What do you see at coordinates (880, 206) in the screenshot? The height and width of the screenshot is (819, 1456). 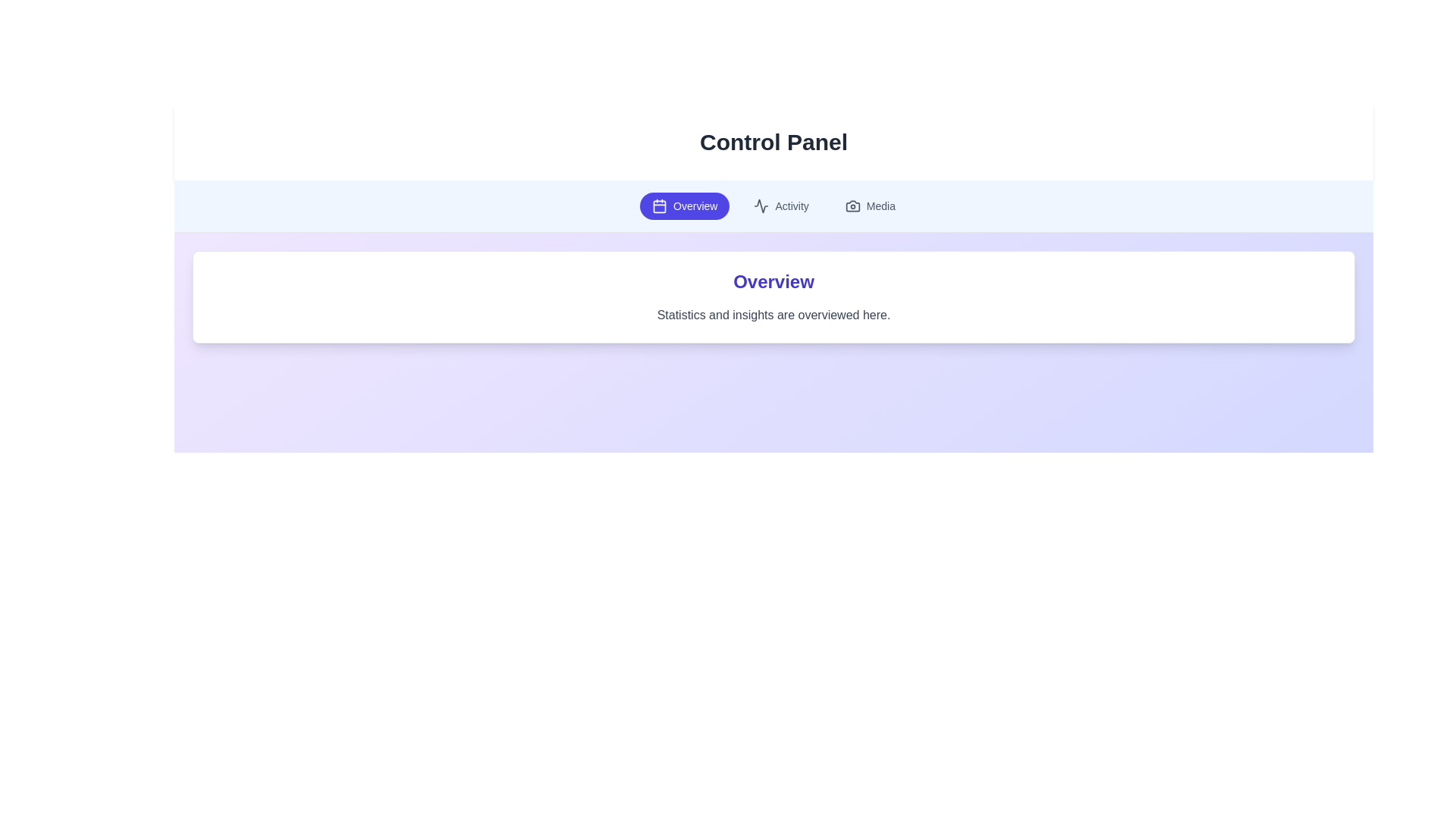 I see `the 'Media' navigation item in the Control Panel's horizontal navigation bar` at bounding box center [880, 206].